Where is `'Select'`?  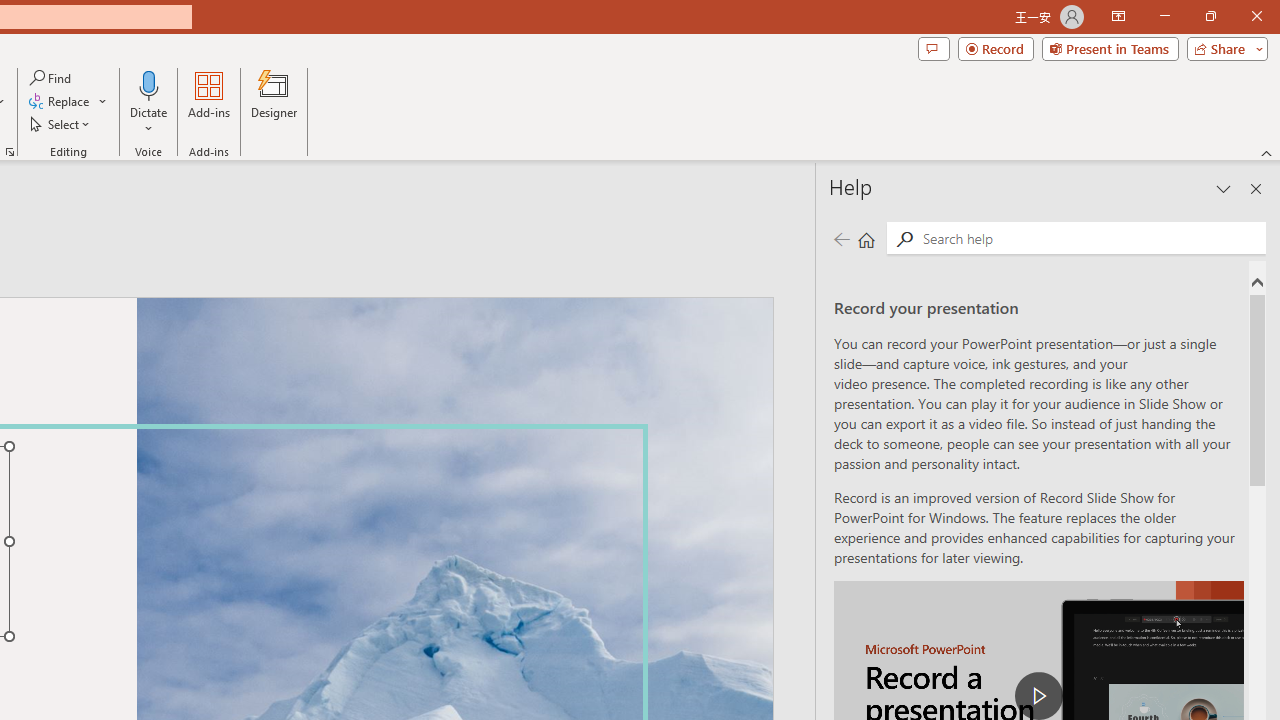 'Select' is located at coordinates (61, 124).